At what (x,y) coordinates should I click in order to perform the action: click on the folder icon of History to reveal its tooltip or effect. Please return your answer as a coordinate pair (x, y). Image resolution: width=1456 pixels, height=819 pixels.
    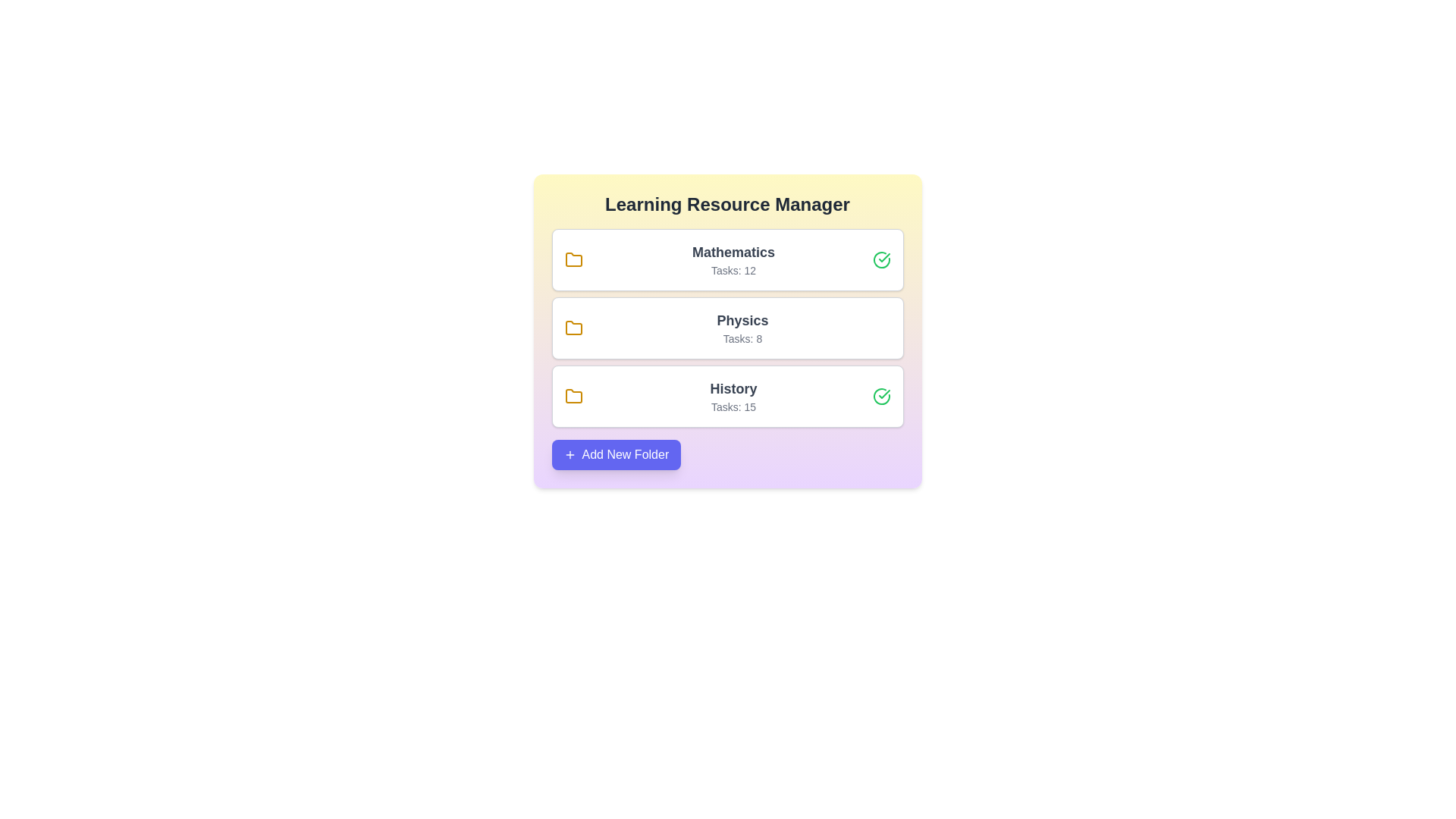
    Looking at the image, I should click on (573, 396).